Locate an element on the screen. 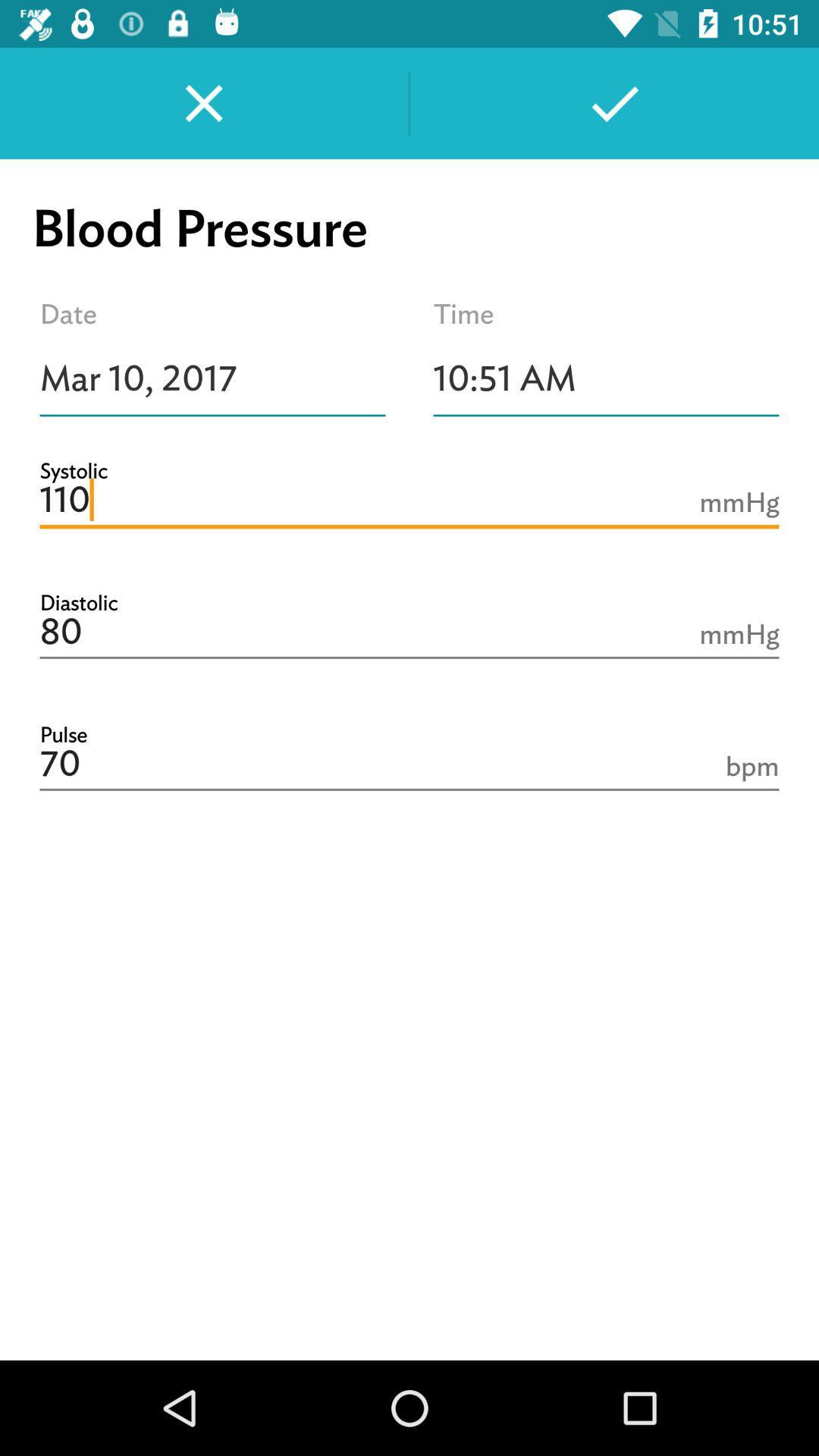 The width and height of the screenshot is (819, 1456). icon above 110 is located at coordinates (212, 378).